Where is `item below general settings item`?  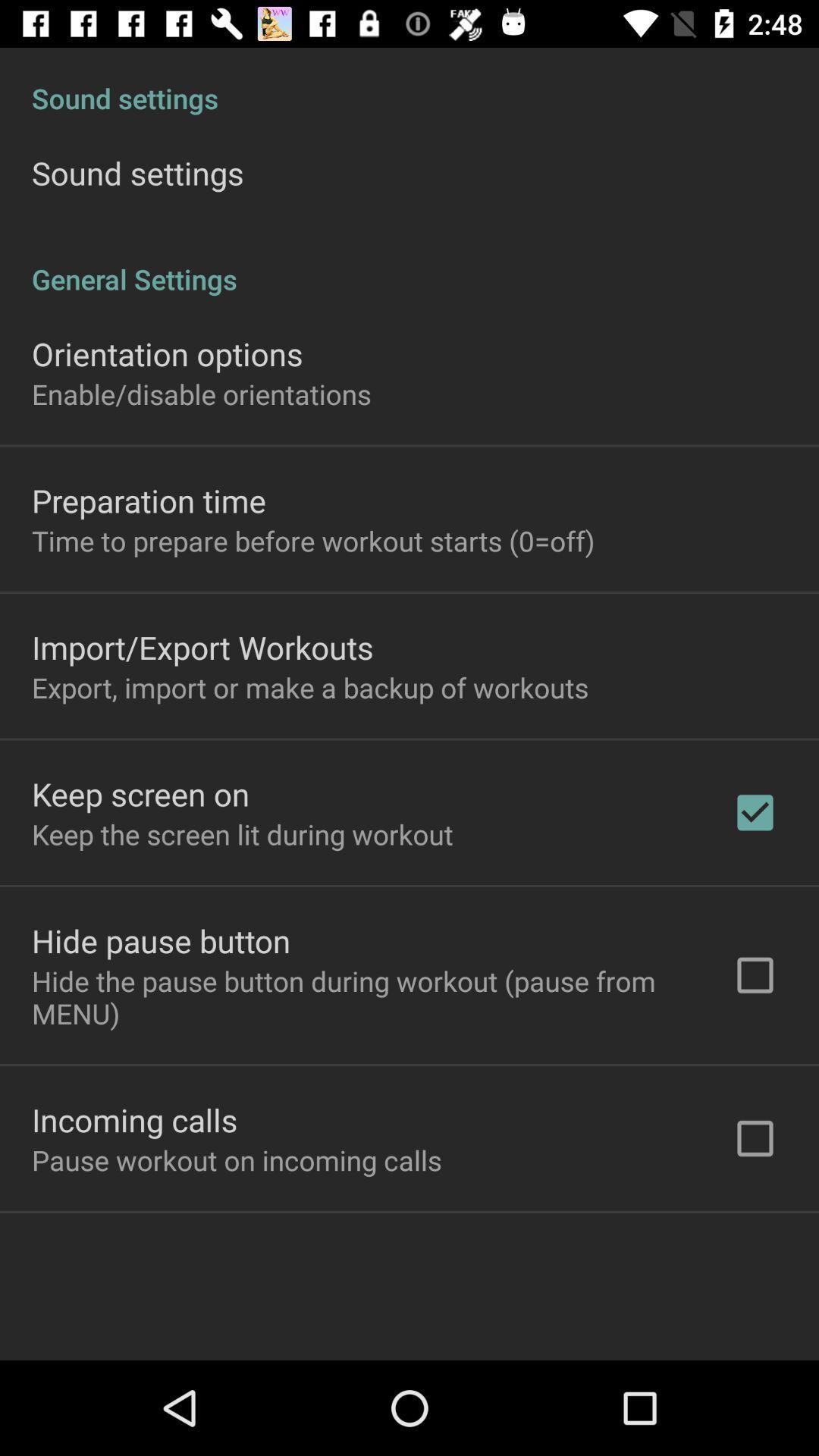
item below general settings item is located at coordinates (167, 353).